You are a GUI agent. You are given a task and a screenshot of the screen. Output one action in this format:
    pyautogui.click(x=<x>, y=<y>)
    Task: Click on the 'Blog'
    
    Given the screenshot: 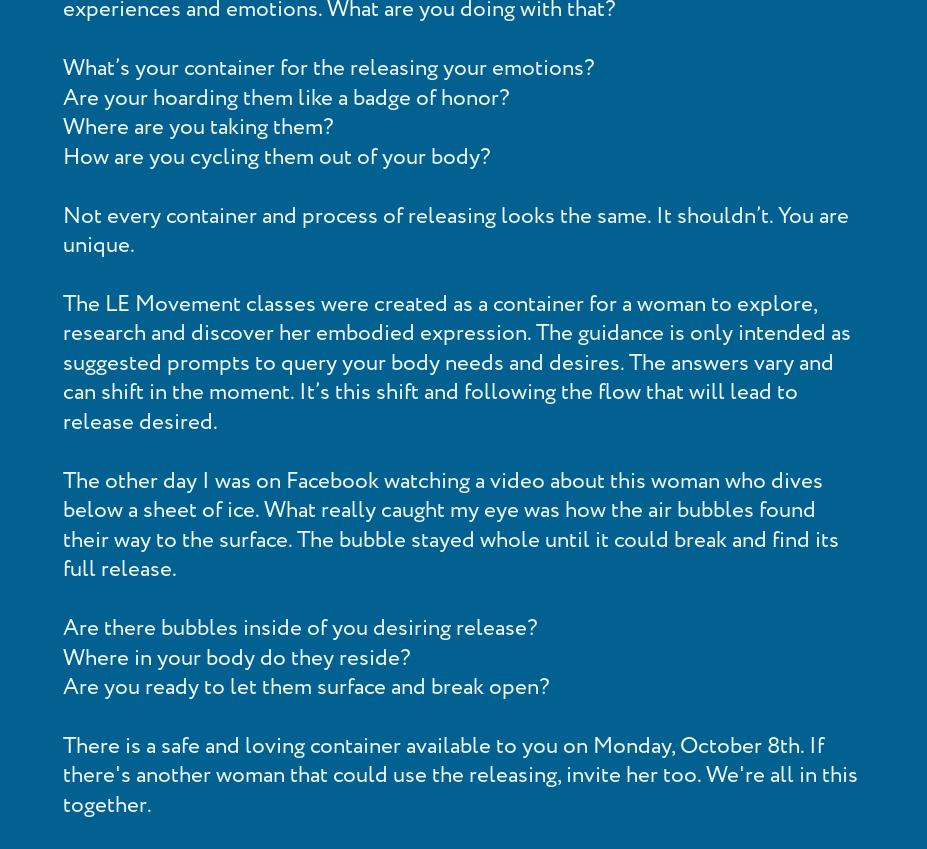 What is the action you would take?
    pyautogui.click(x=127, y=290)
    